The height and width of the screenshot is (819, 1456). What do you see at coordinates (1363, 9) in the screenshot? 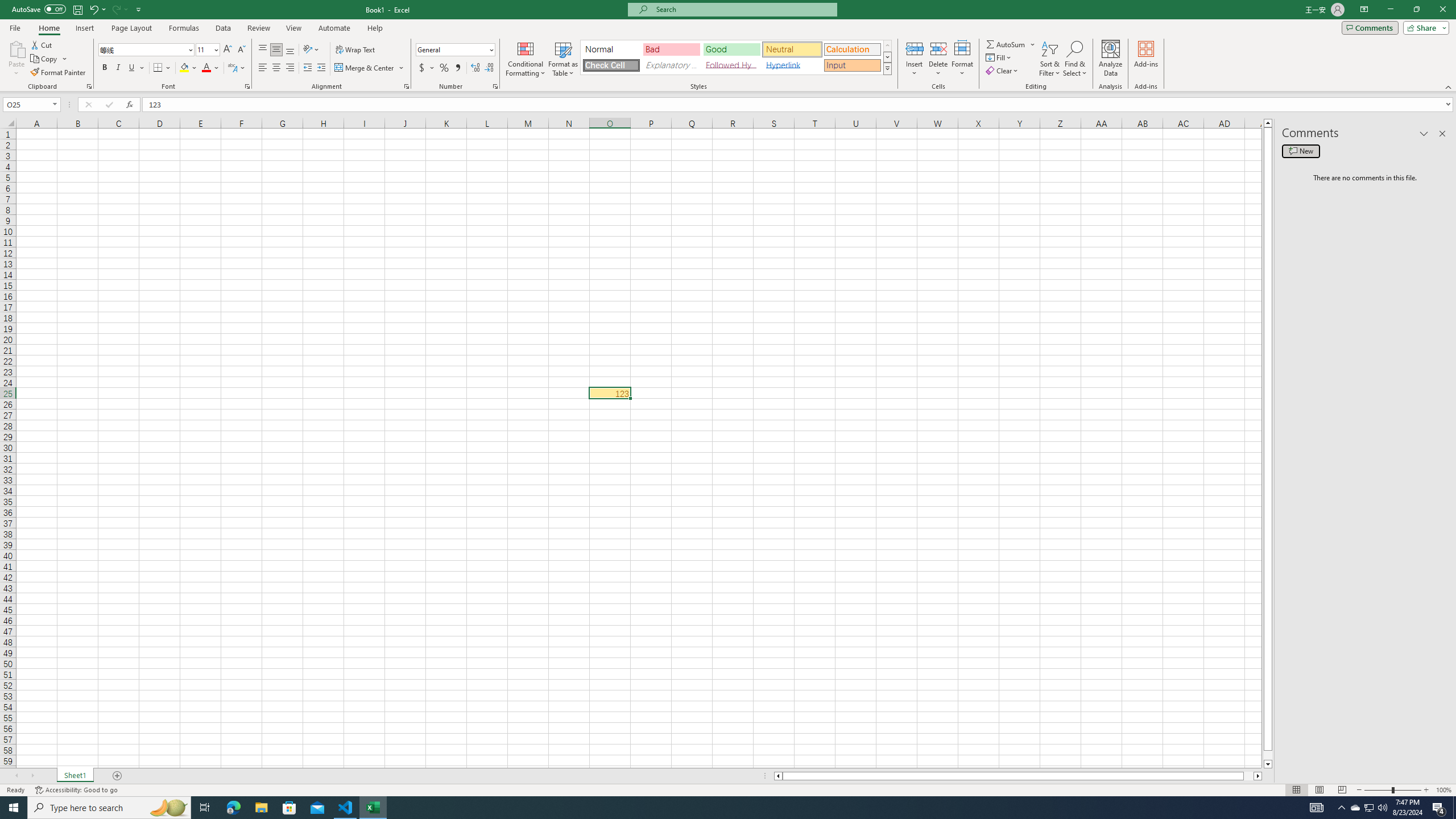
I see `'Ribbon Display Options'` at bounding box center [1363, 9].